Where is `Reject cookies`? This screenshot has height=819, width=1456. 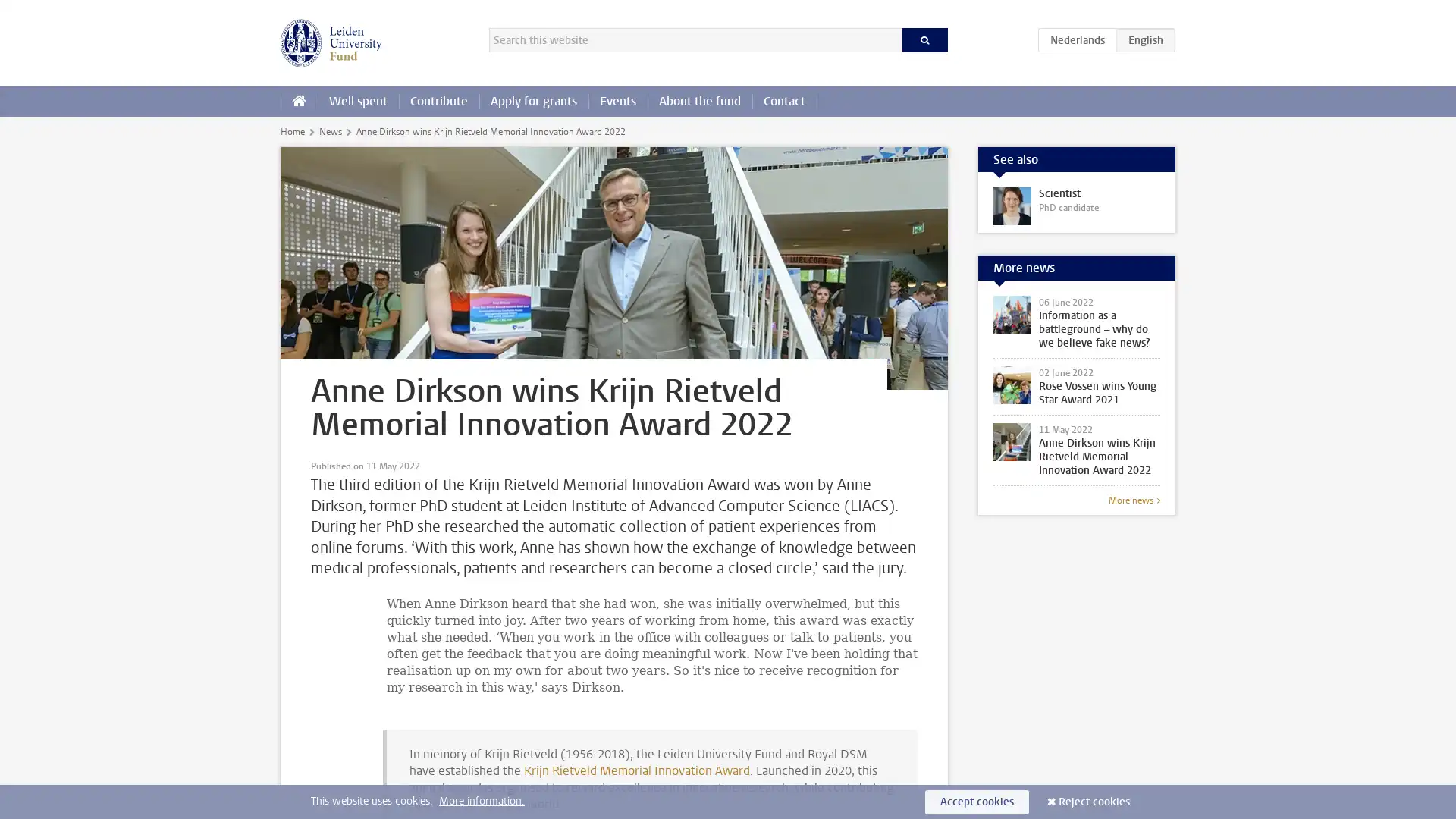
Reject cookies is located at coordinates (1094, 801).